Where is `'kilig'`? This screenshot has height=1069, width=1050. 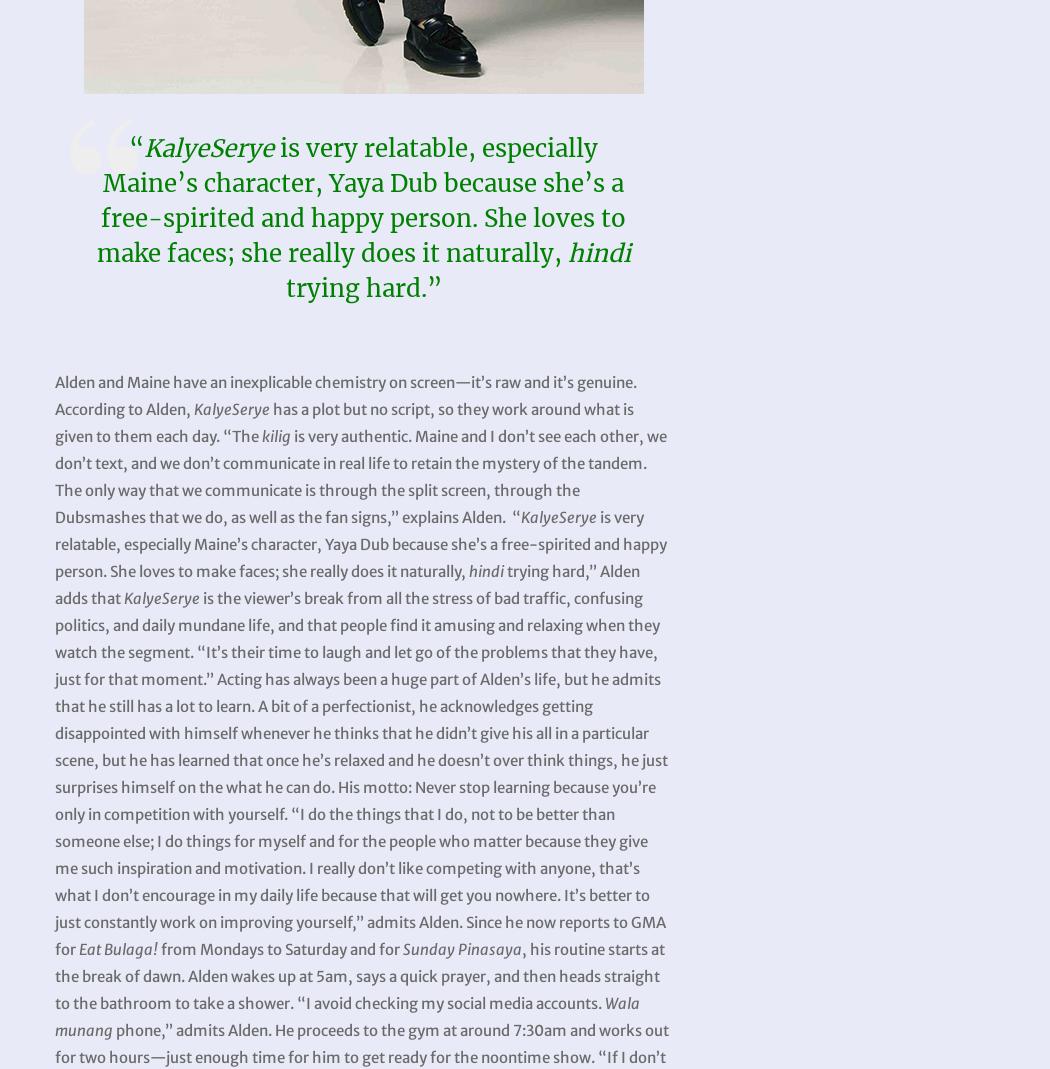
'kilig' is located at coordinates (275, 435).